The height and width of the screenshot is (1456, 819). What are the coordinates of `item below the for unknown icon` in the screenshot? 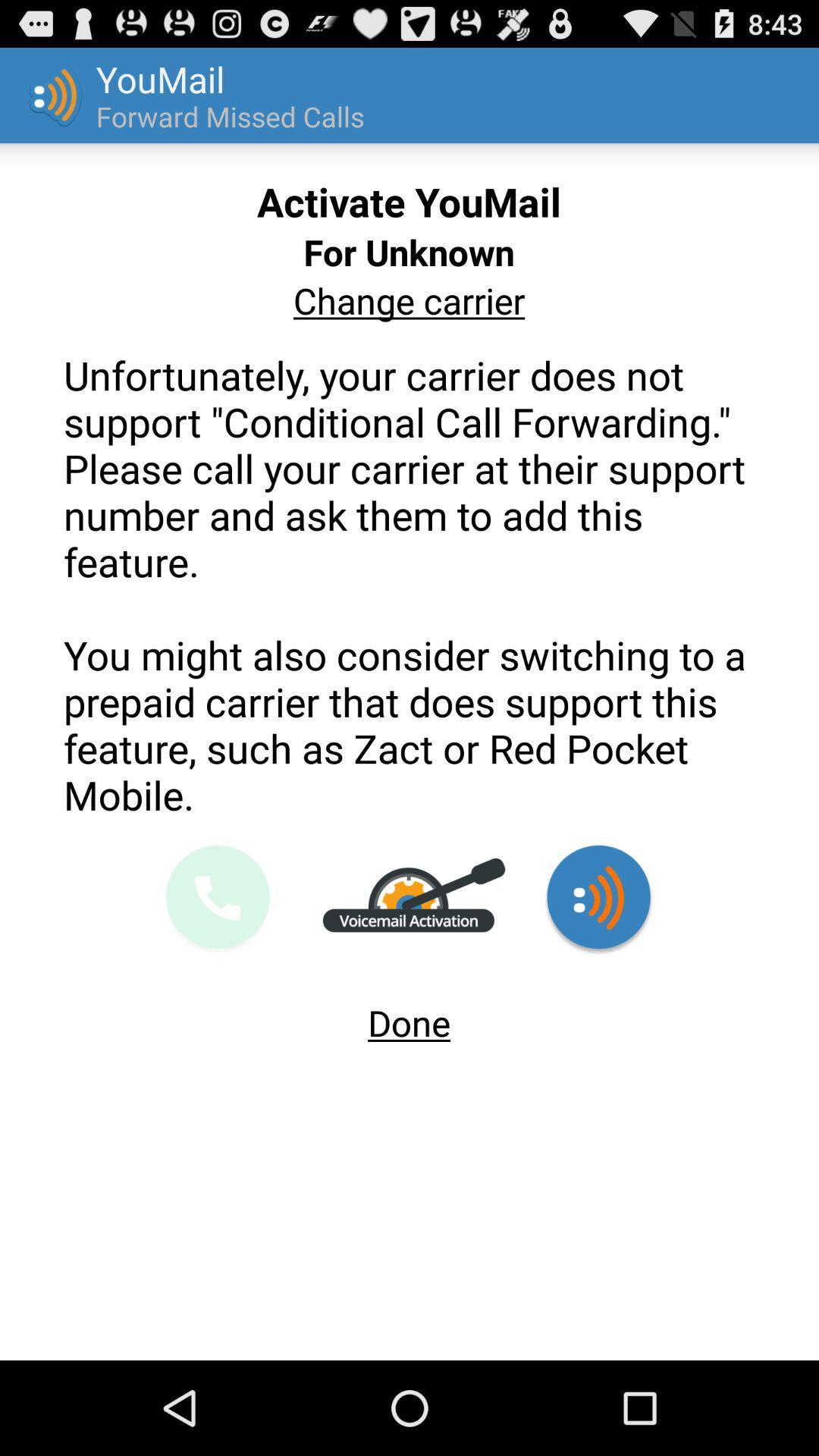 It's located at (408, 300).